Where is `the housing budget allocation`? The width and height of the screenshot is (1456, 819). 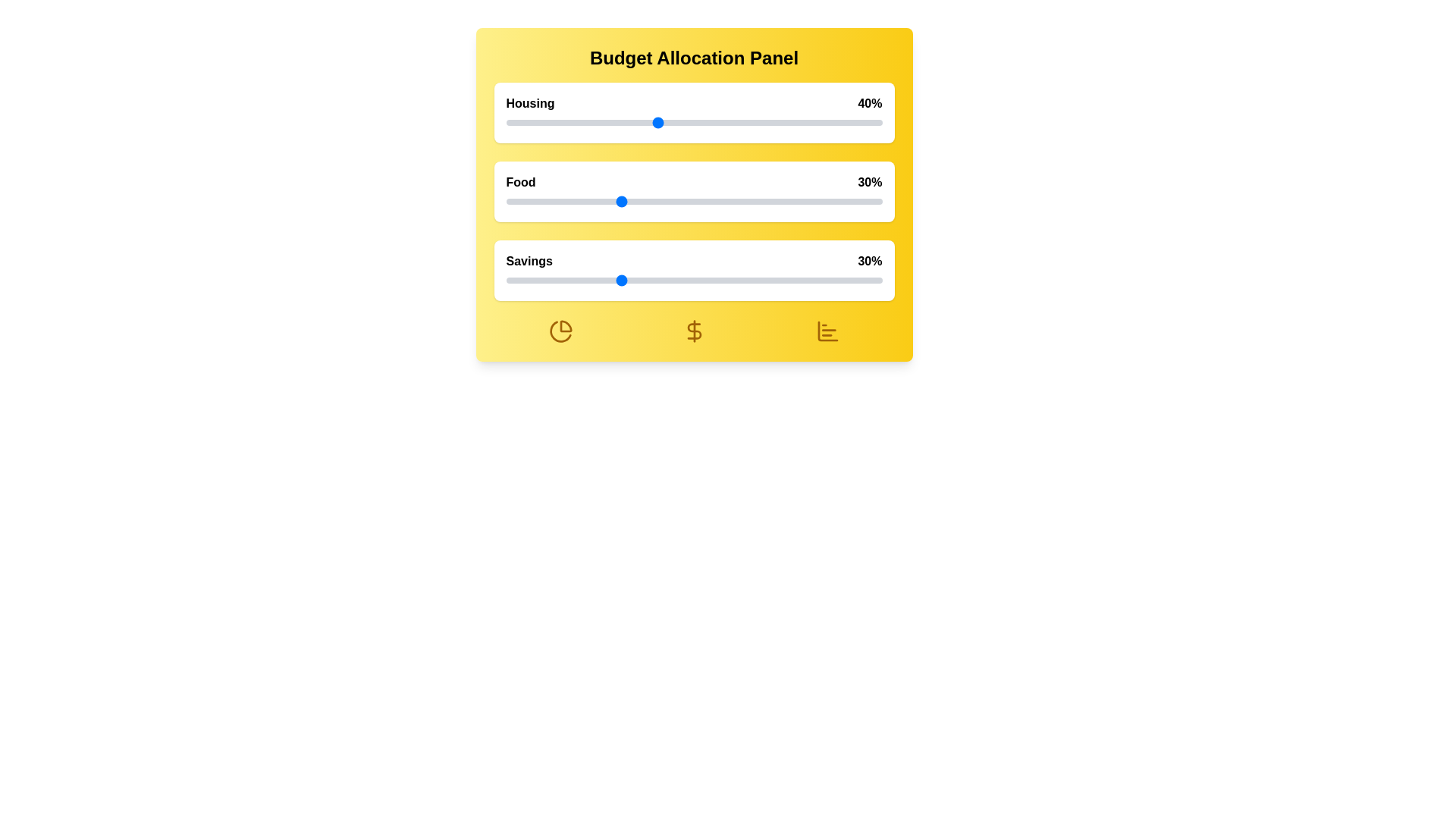
the housing budget allocation is located at coordinates (554, 122).